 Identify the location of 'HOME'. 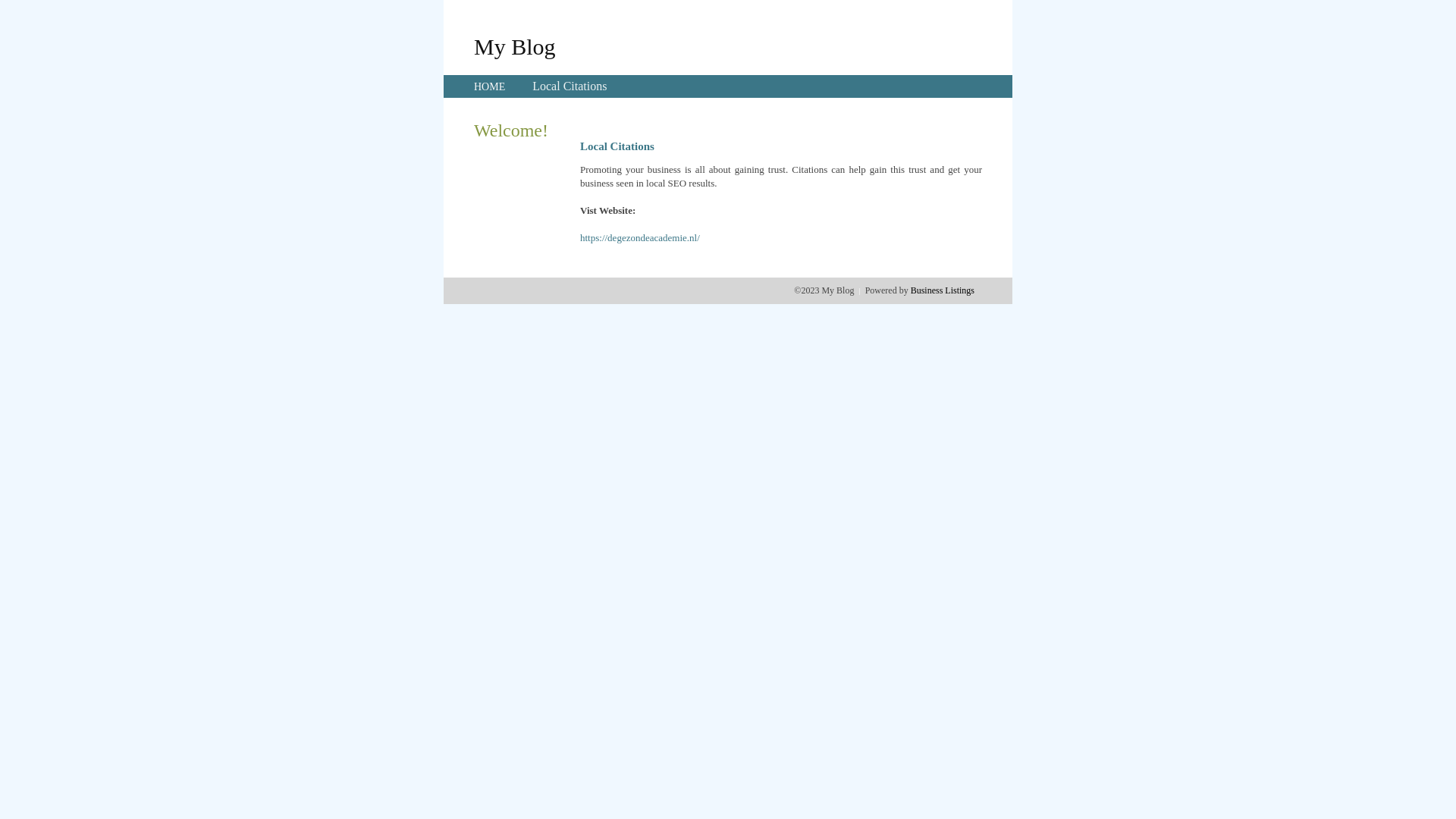
(489, 86).